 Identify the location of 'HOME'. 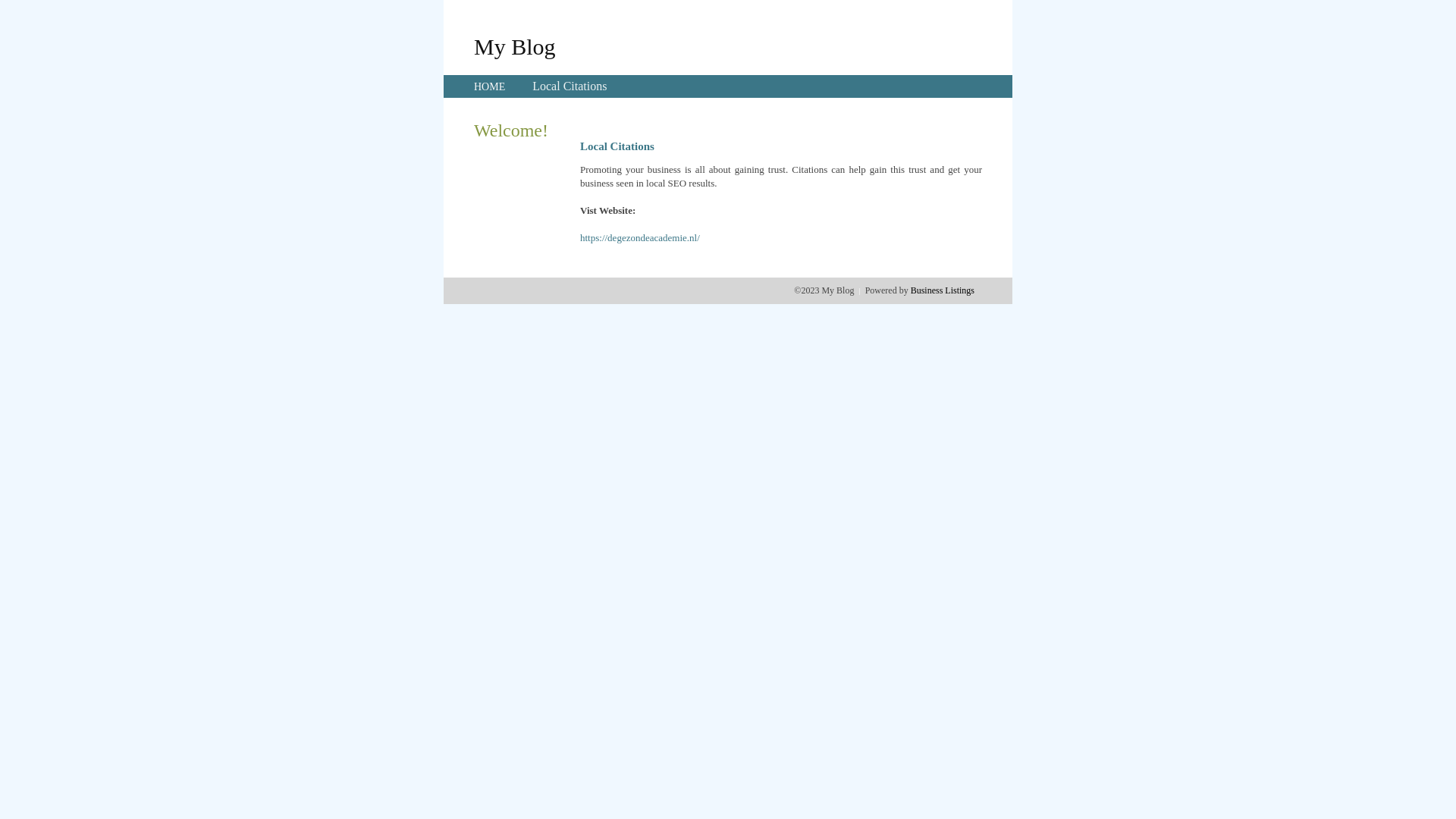
(489, 86).